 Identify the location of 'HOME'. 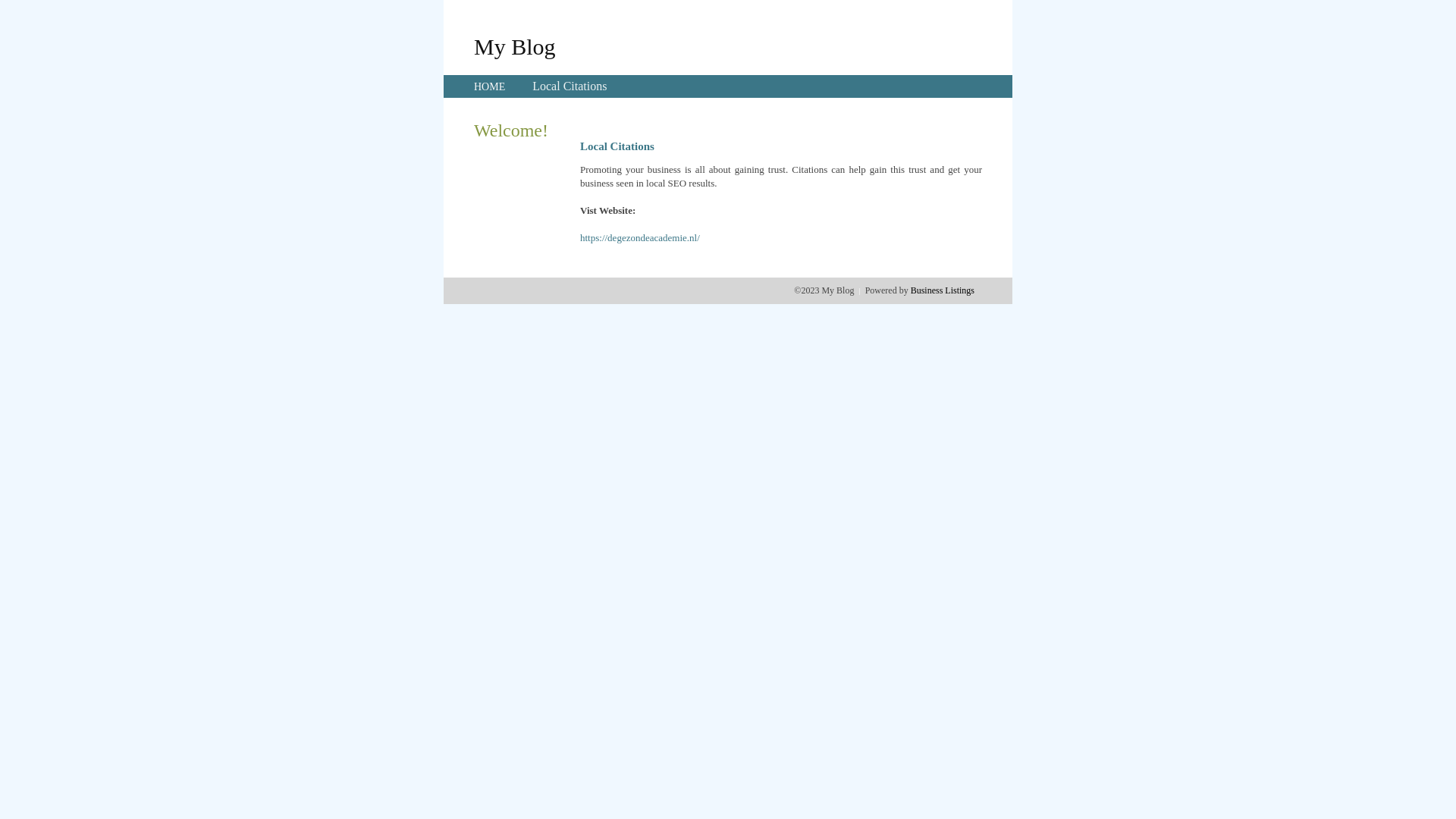
(489, 86).